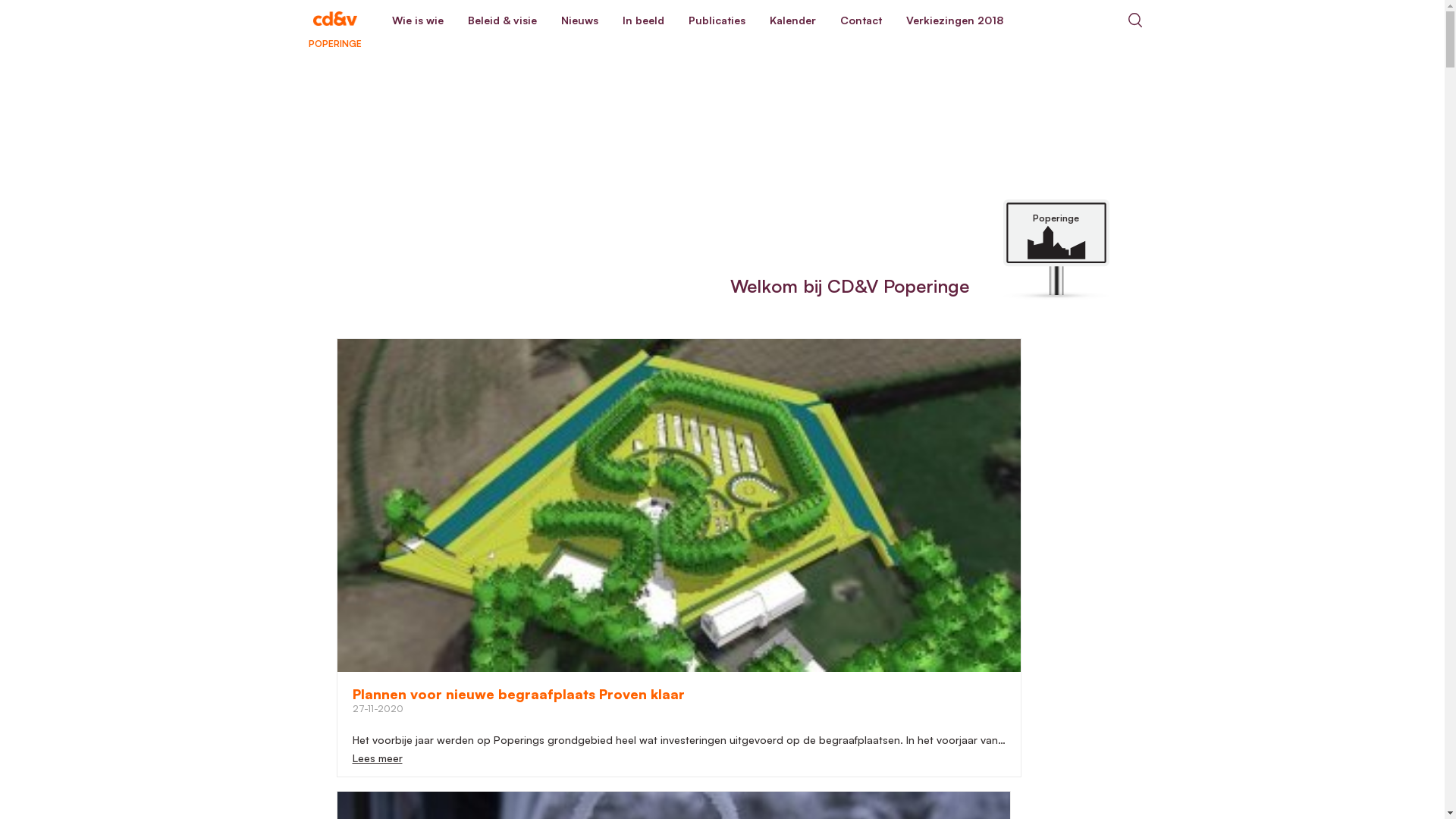 This screenshot has width=1456, height=819. I want to click on 'Publicaties', so click(716, 20).